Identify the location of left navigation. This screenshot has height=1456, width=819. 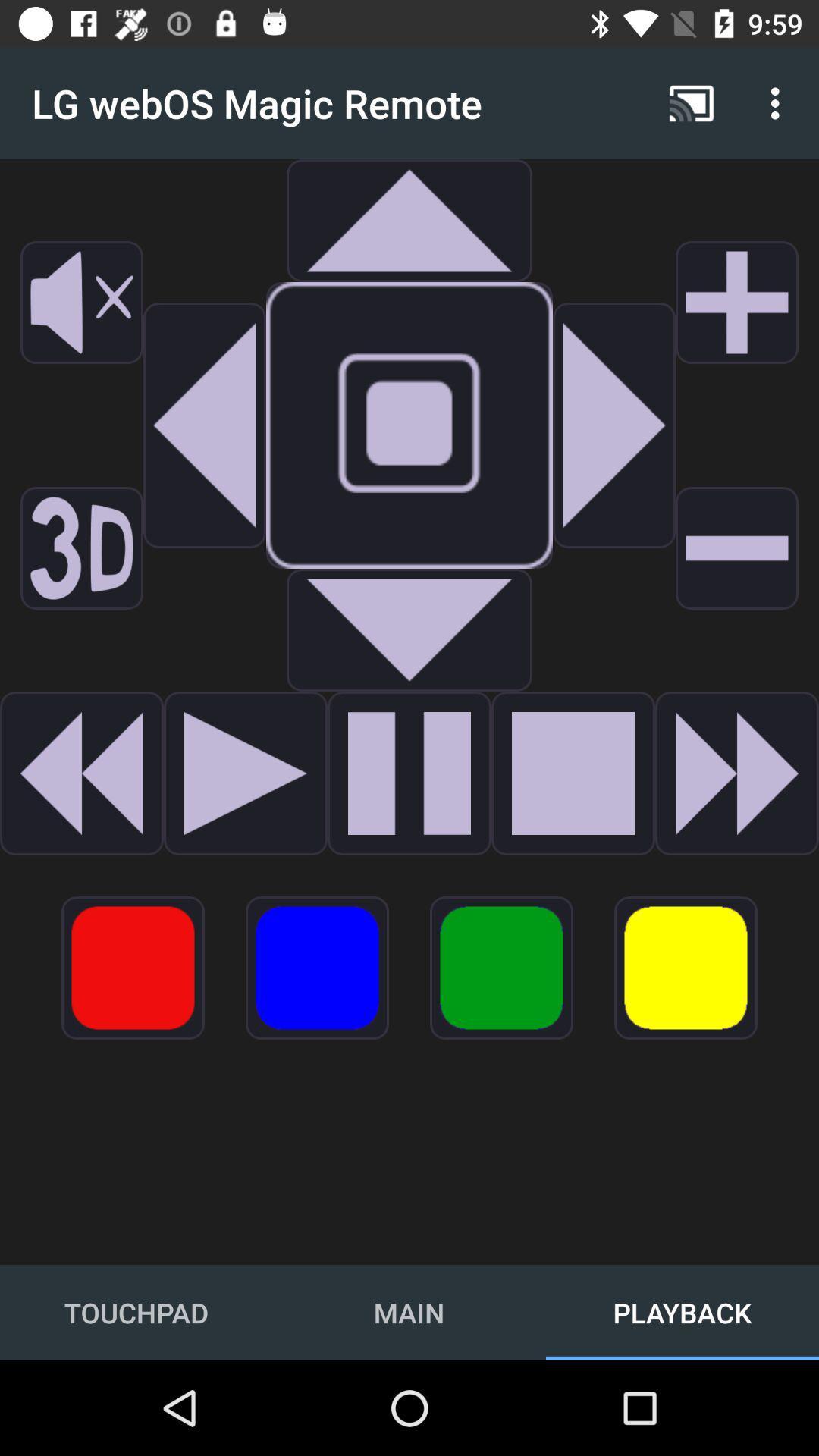
(205, 425).